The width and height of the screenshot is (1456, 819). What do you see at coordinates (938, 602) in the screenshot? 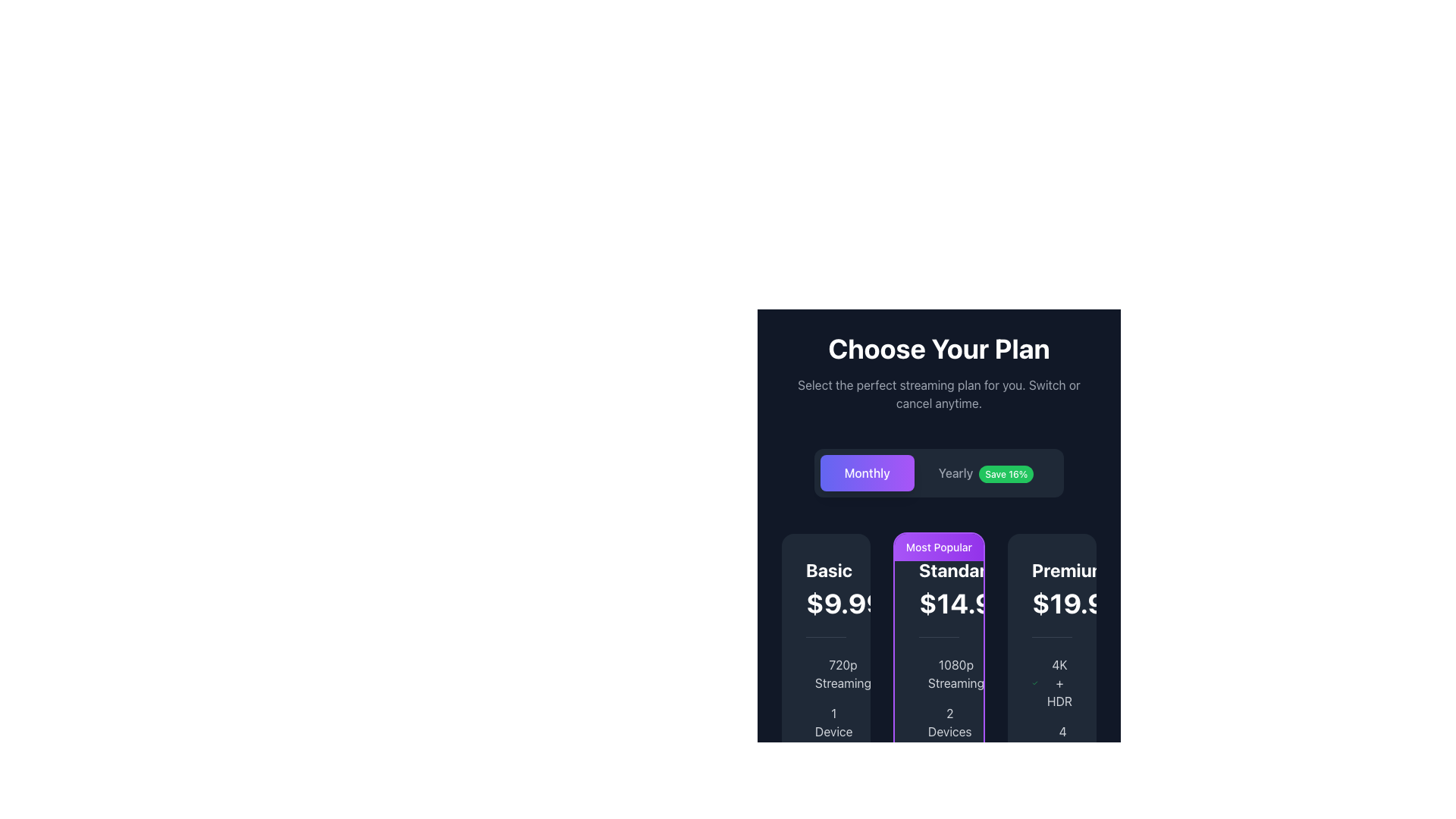
I see `the pricing detail text label for the 'Standard' plan, which is visually distinct and located beneath the 'Standard' label within the pricing card` at bounding box center [938, 602].